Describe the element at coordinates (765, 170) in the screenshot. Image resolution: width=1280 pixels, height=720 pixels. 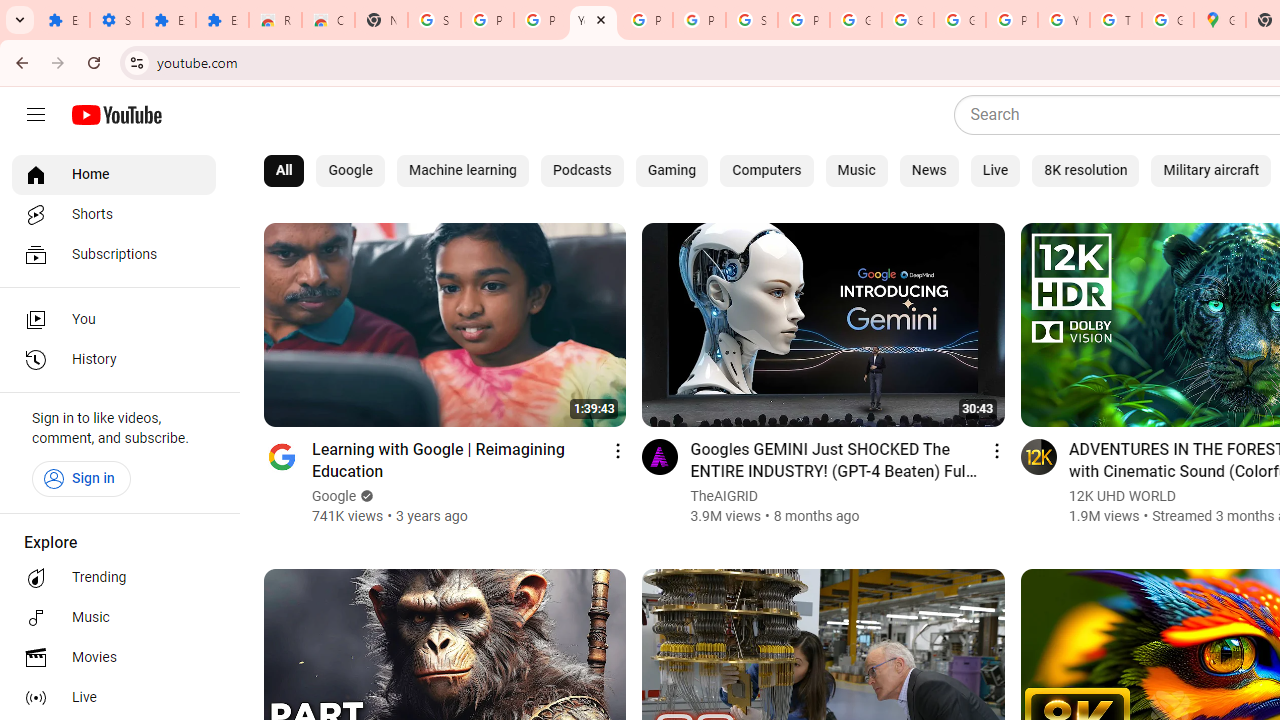
I see `'Computers'` at that location.